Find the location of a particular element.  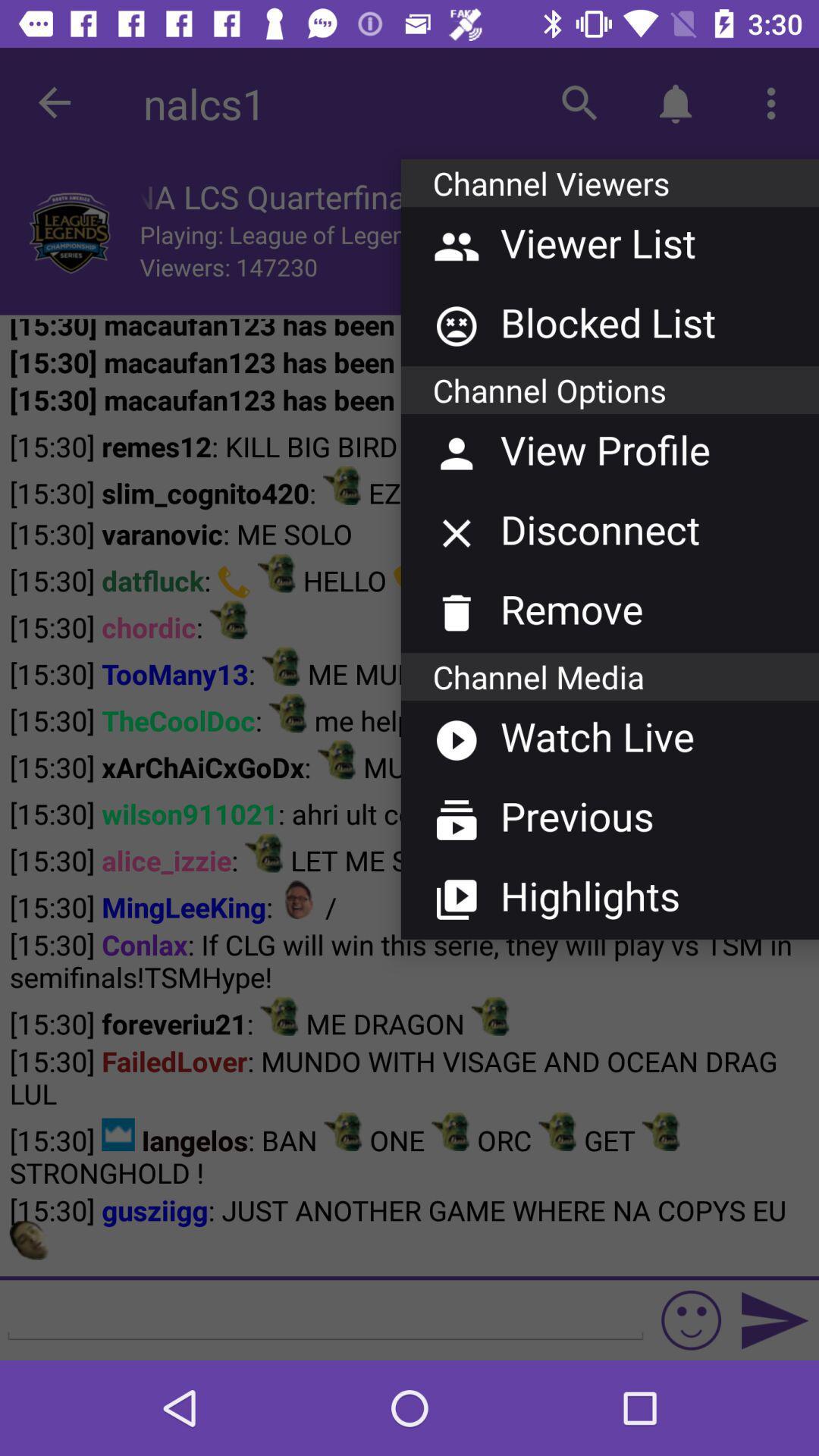

the settings icon is located at coordinates (678, 236).